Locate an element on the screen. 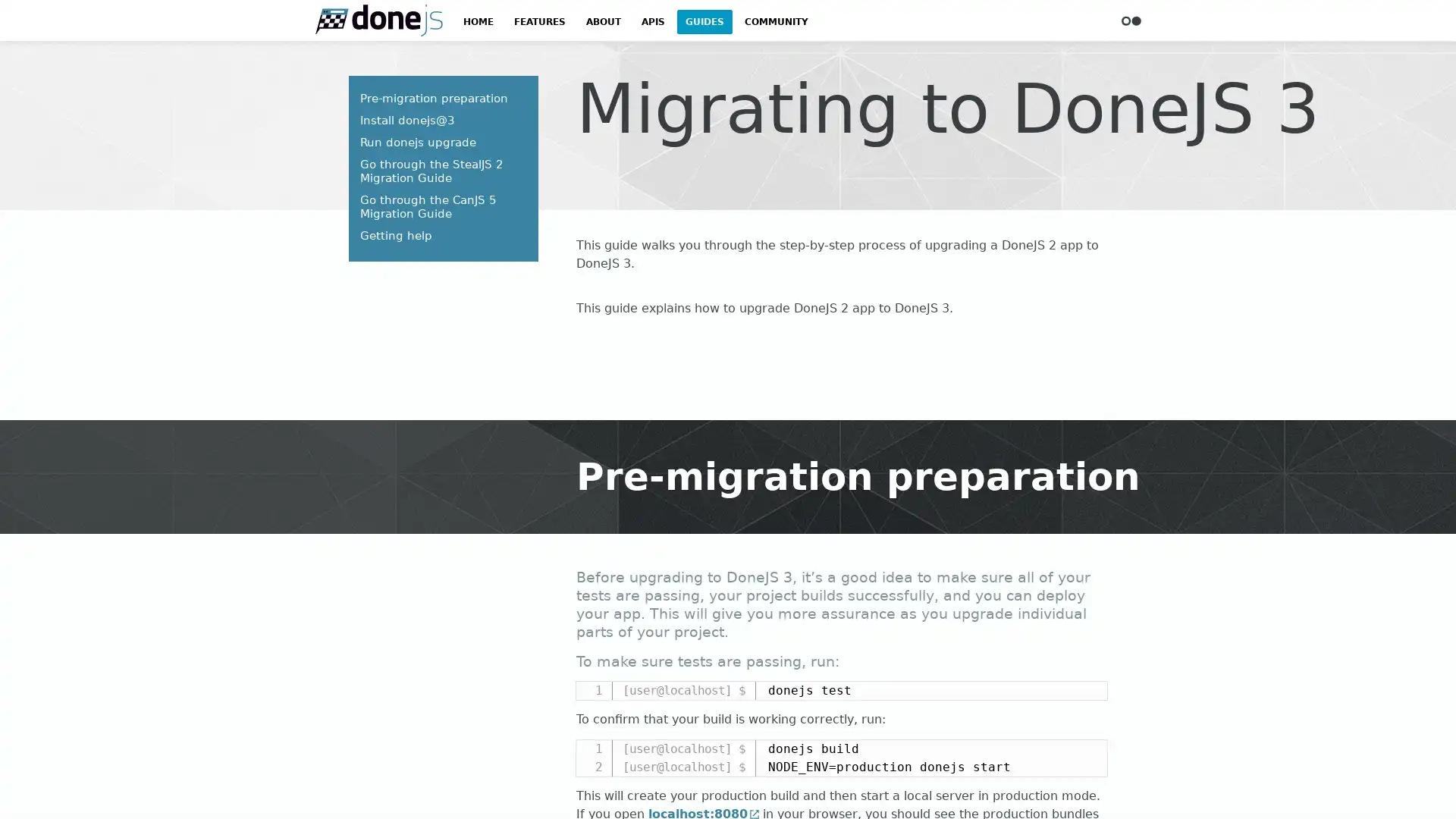  Copy is located at coordinates (1088, 751).